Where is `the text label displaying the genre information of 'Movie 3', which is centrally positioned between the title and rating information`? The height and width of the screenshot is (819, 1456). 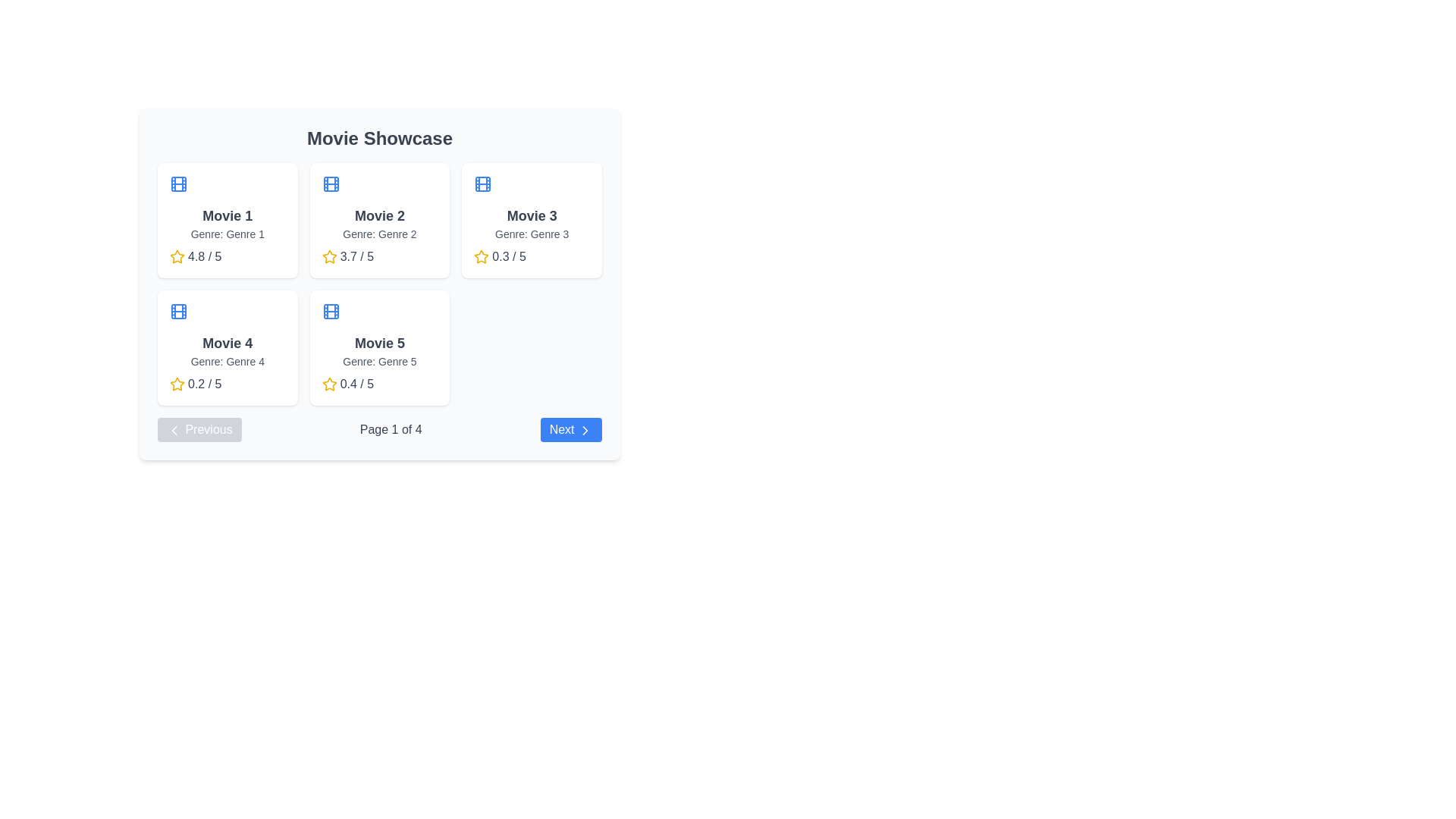
the text label displaying the genre information of 'Movie 3', which is centrally positioned between the title and rating information is located at coordinates (532, 234).